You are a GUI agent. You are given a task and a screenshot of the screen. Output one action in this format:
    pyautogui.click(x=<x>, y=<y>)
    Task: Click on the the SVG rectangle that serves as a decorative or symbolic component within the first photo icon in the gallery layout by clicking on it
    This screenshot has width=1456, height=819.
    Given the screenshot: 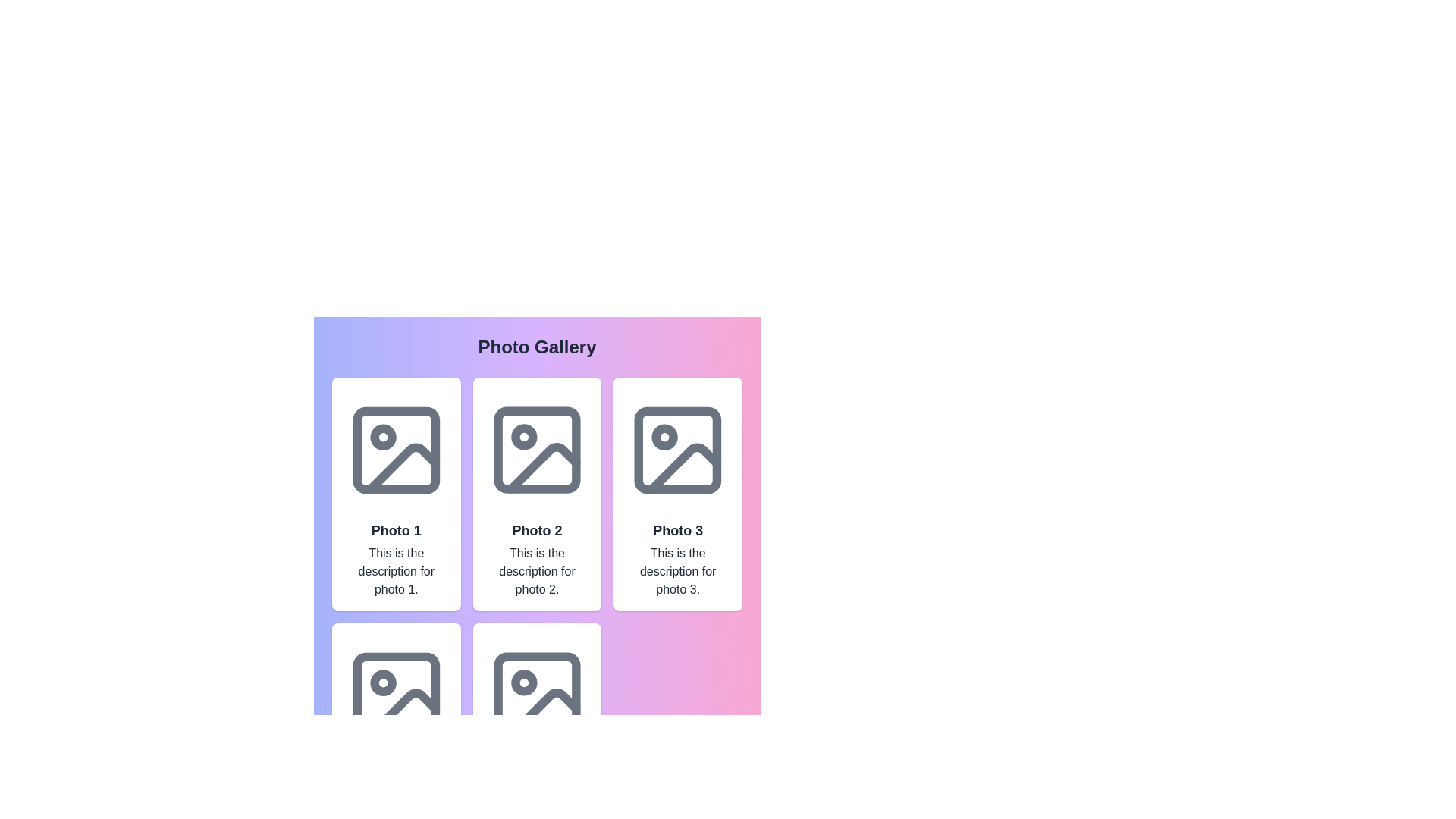 What is the action you would take?
    pyautogui.click(x=396, y=450)
    